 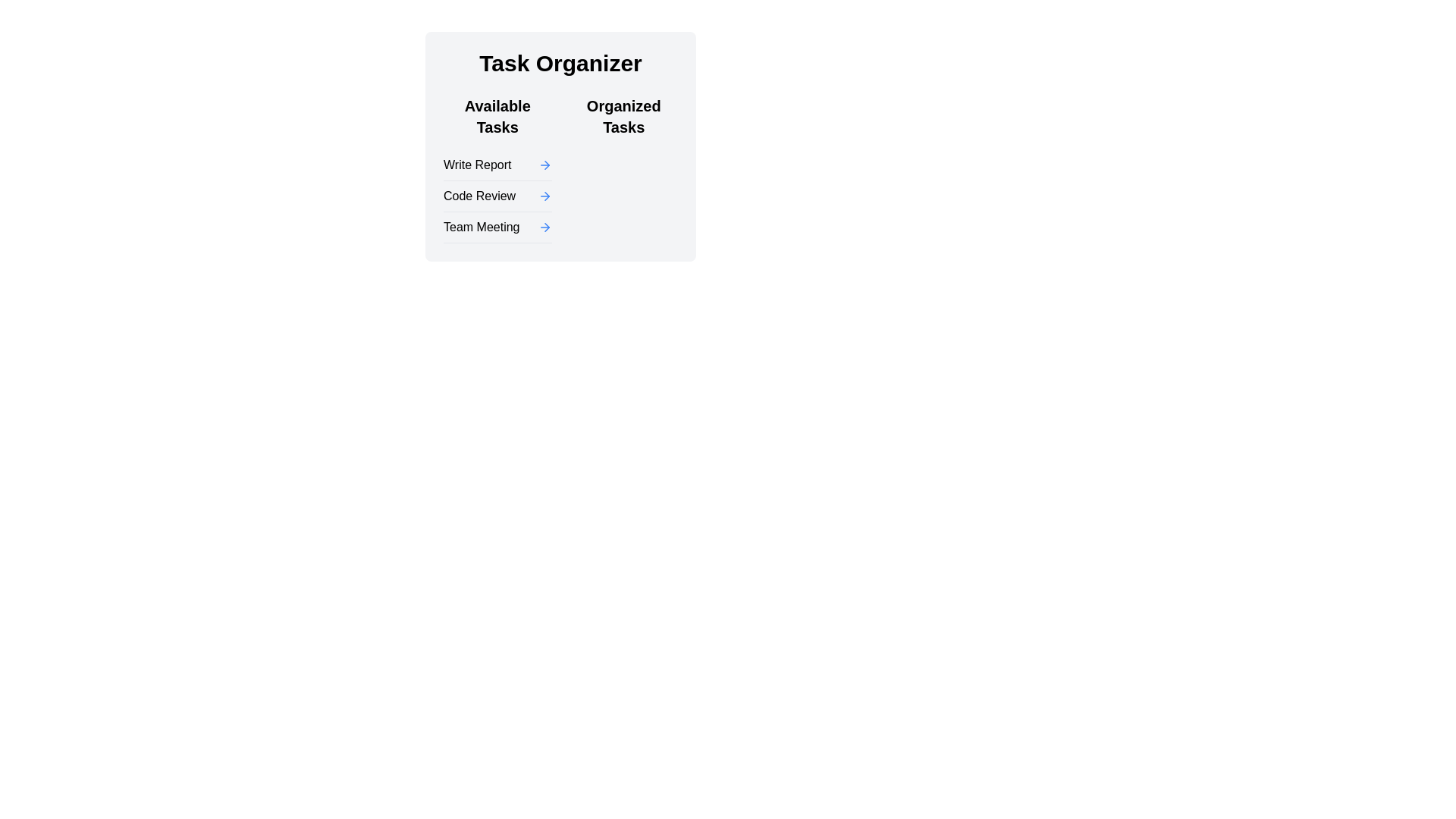 I want to click on the 'Write Report' task item in the 'Available Tasks' list, so click(x=497, y=165).